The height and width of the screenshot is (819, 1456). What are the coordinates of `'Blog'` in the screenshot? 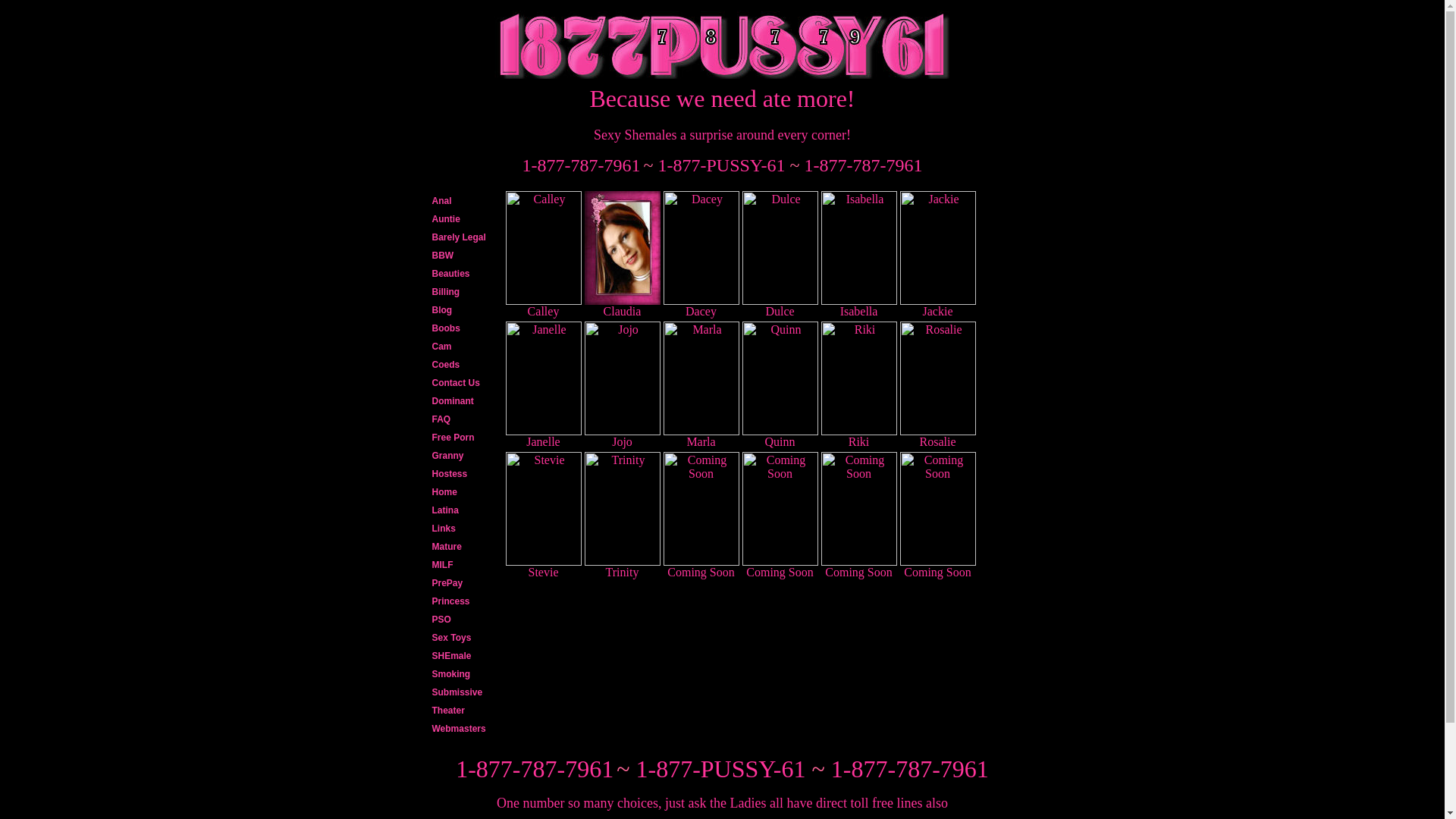 It's located at (425, 309).